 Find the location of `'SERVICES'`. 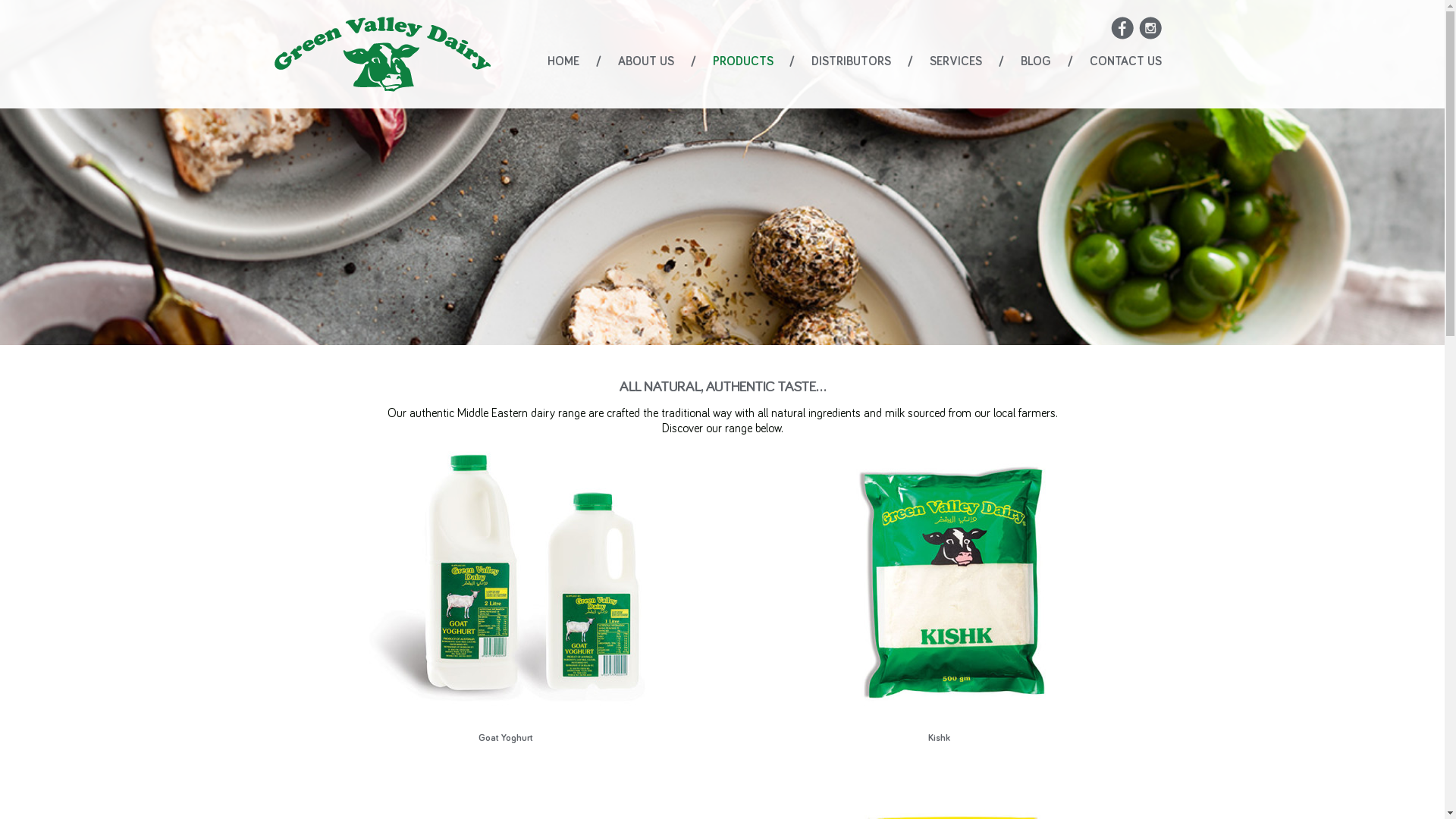

'SERVICES' is located at coordinates (955, 61).